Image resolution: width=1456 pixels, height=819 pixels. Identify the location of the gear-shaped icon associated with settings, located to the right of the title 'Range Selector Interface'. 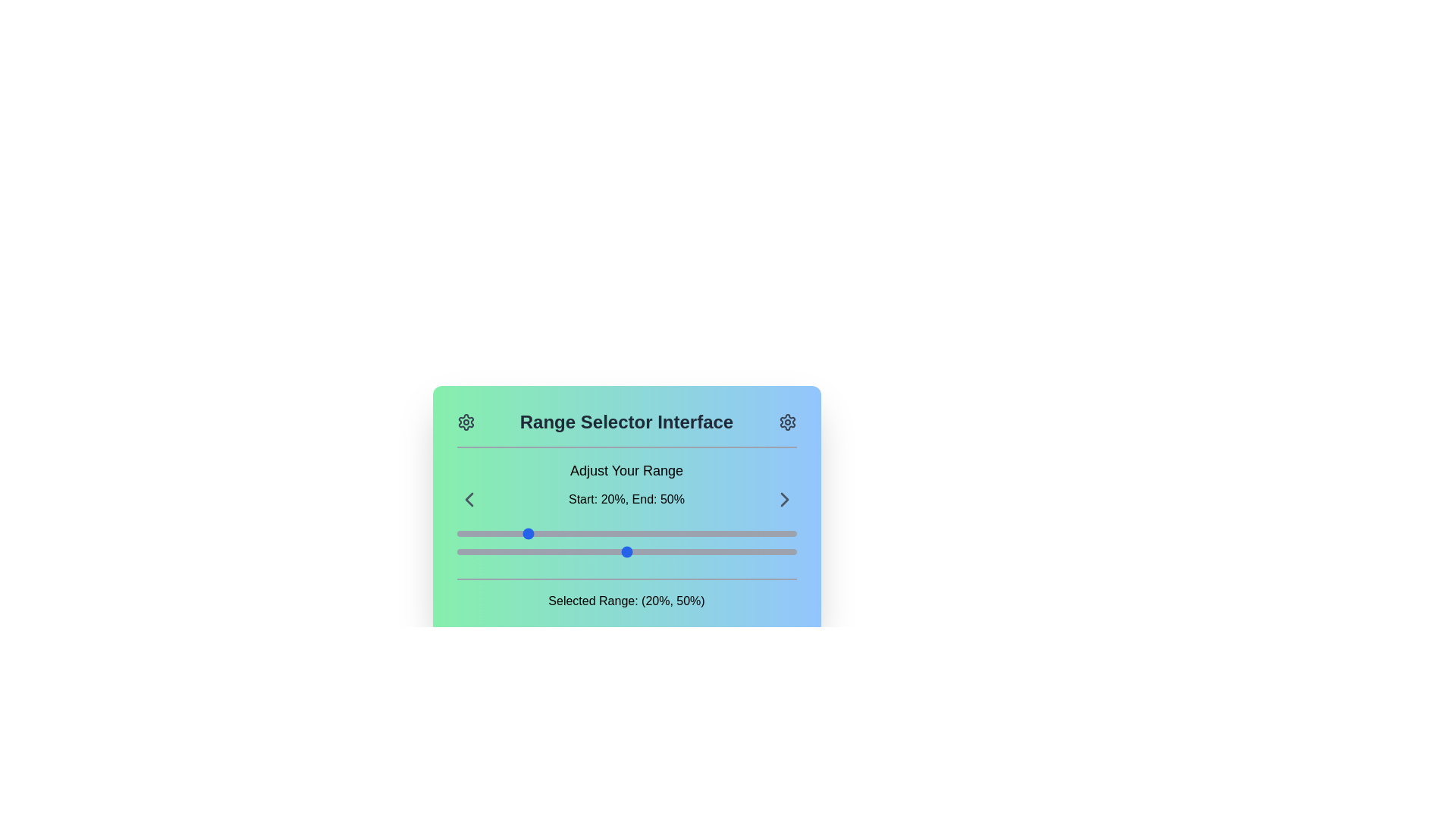
(465, 422).